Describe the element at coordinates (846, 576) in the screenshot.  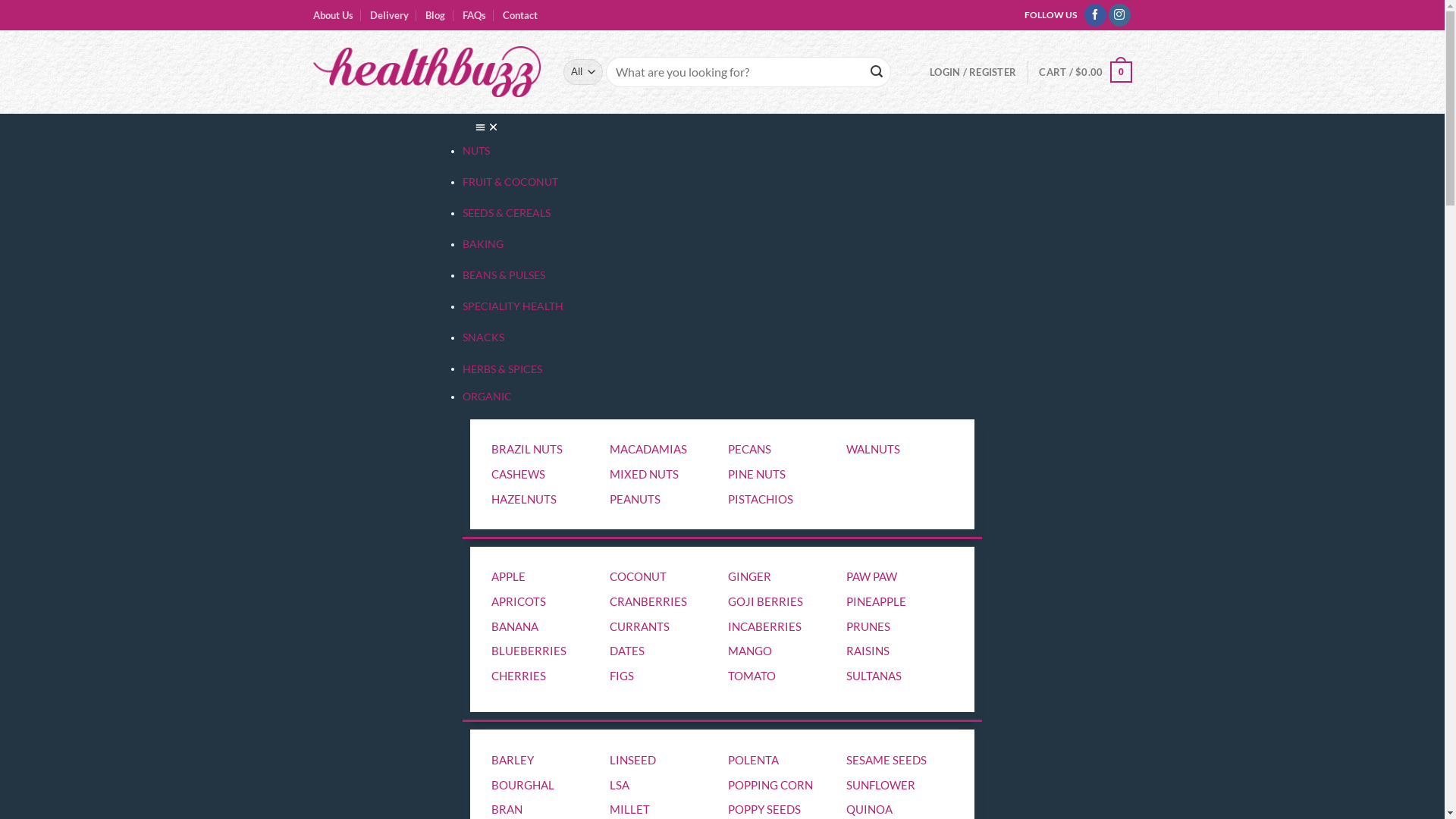
I see `'PAW PAW'` at that location.